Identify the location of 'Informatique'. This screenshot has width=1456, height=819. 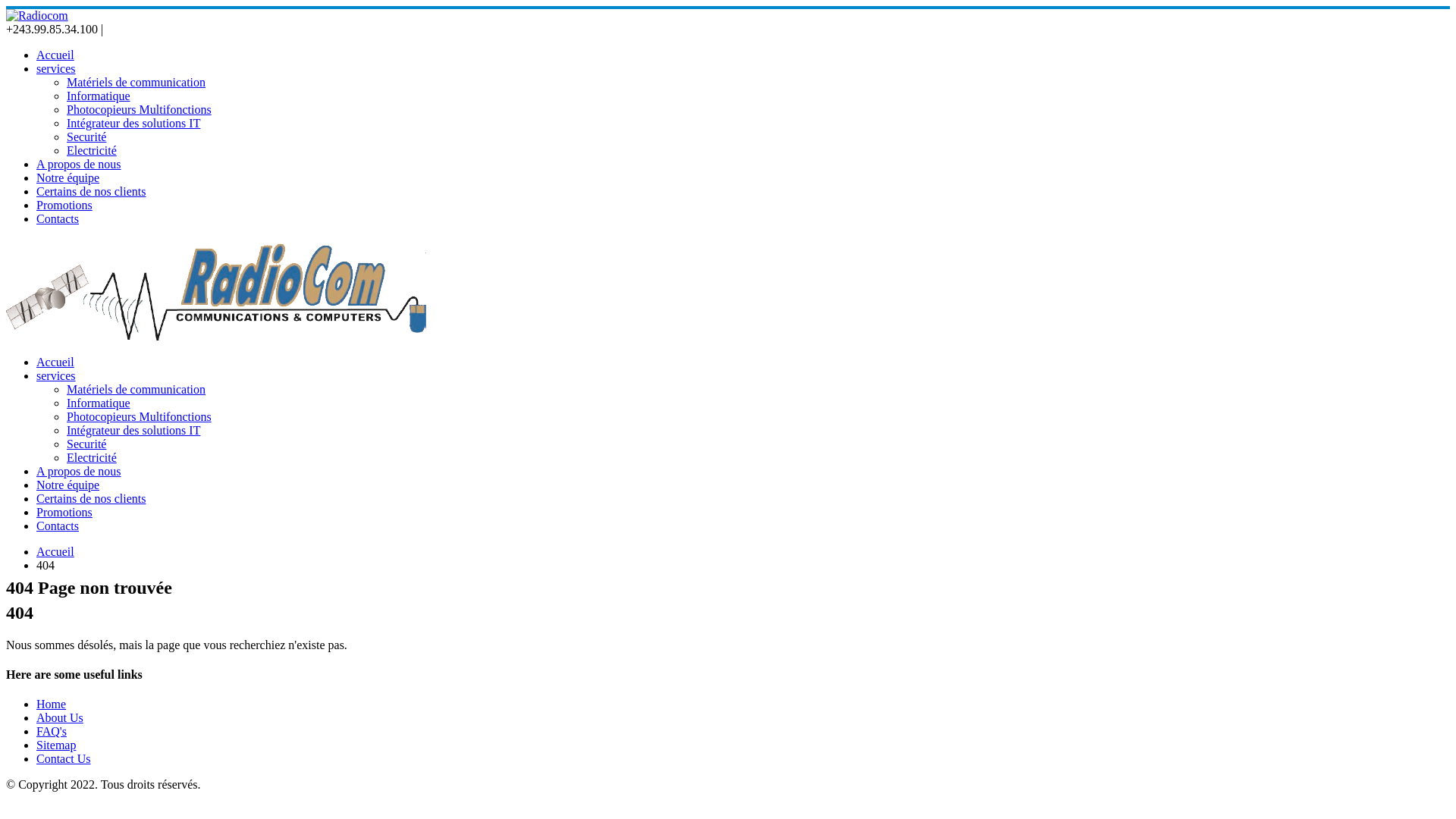
(65, 96).